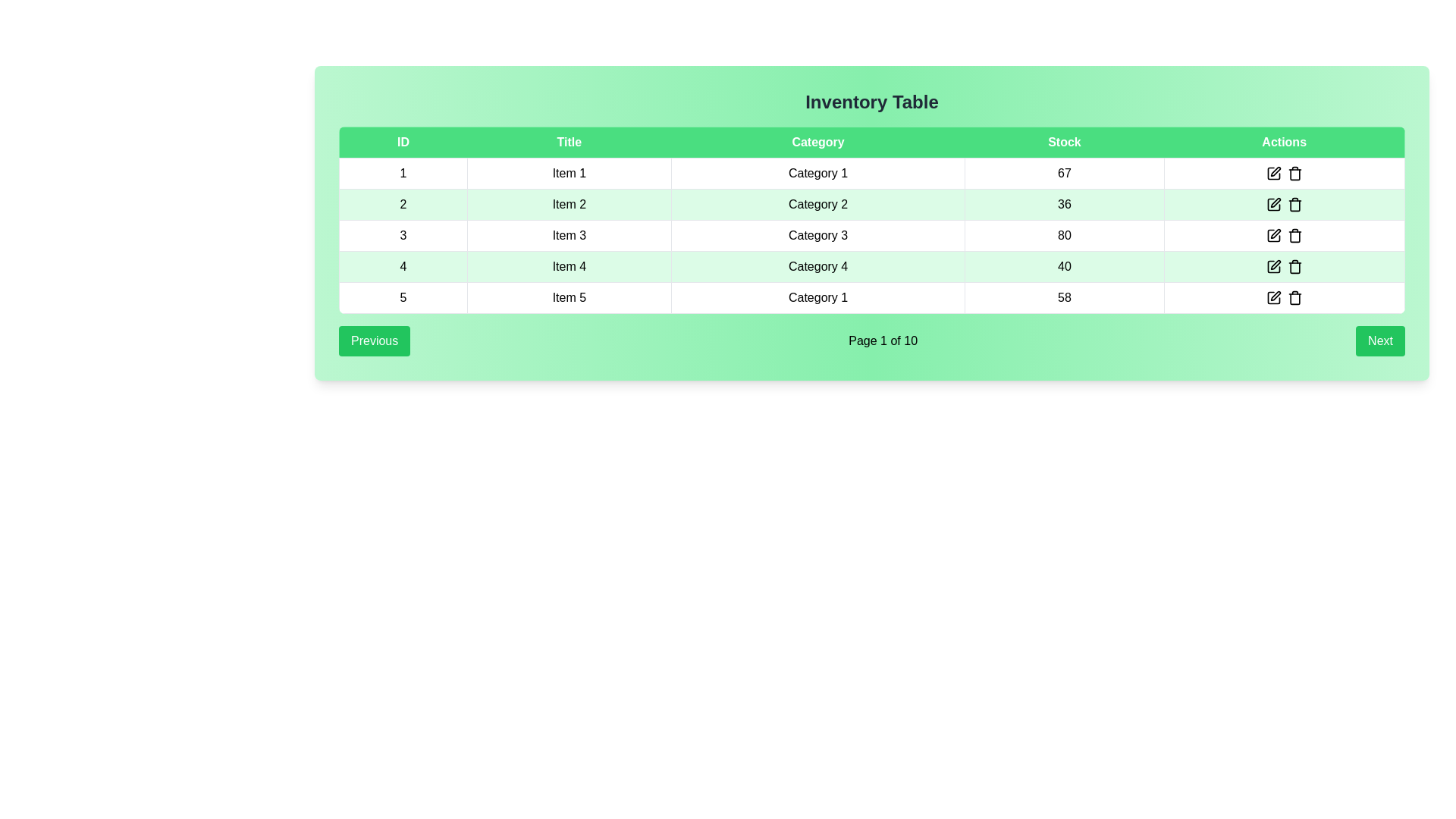 The image size is (1456, 819). I want to click on the table row labeled 'Item 4', so click(872, 265).